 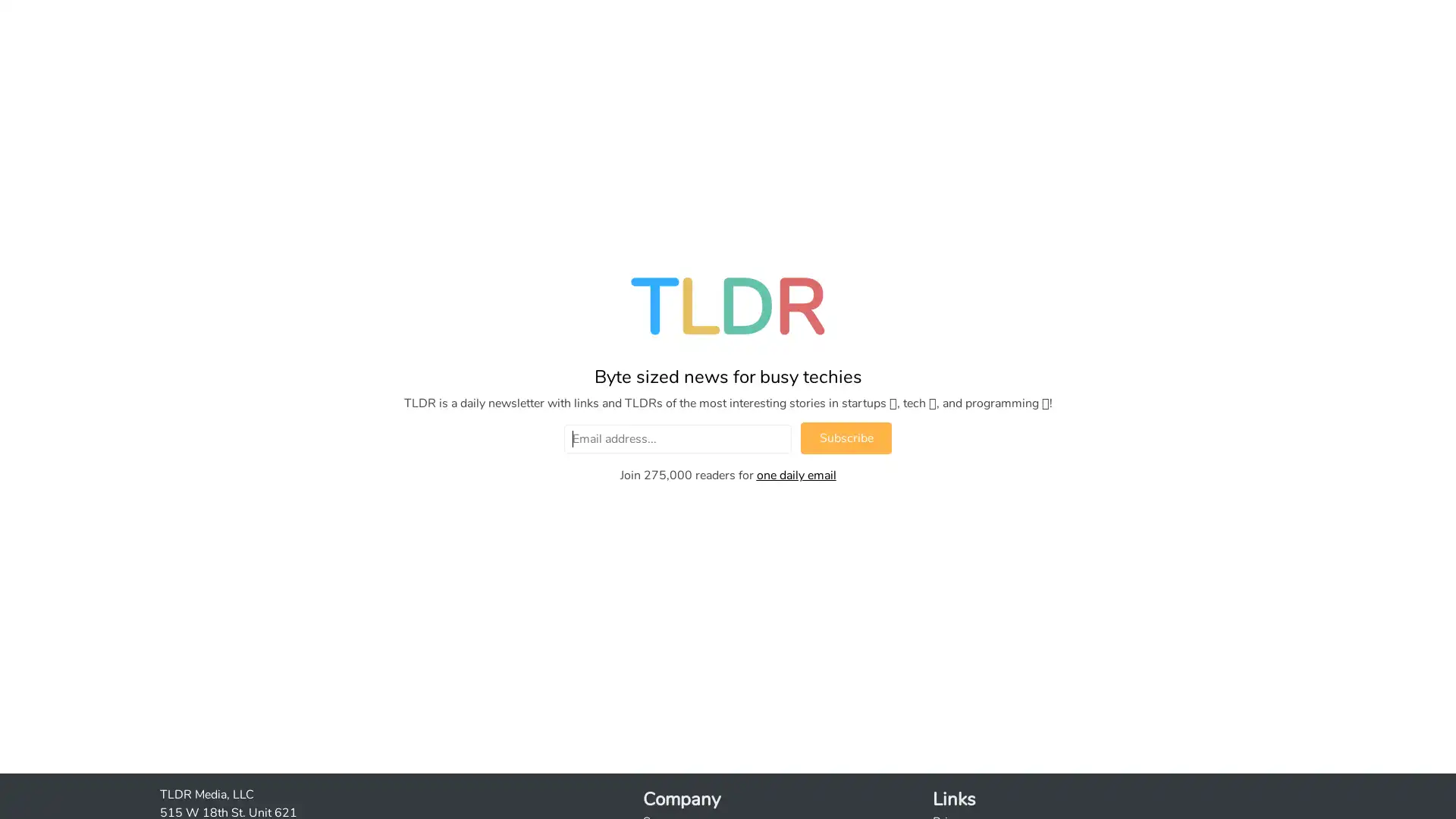 I want to click on Subscribe, so click(x=846, y=438).